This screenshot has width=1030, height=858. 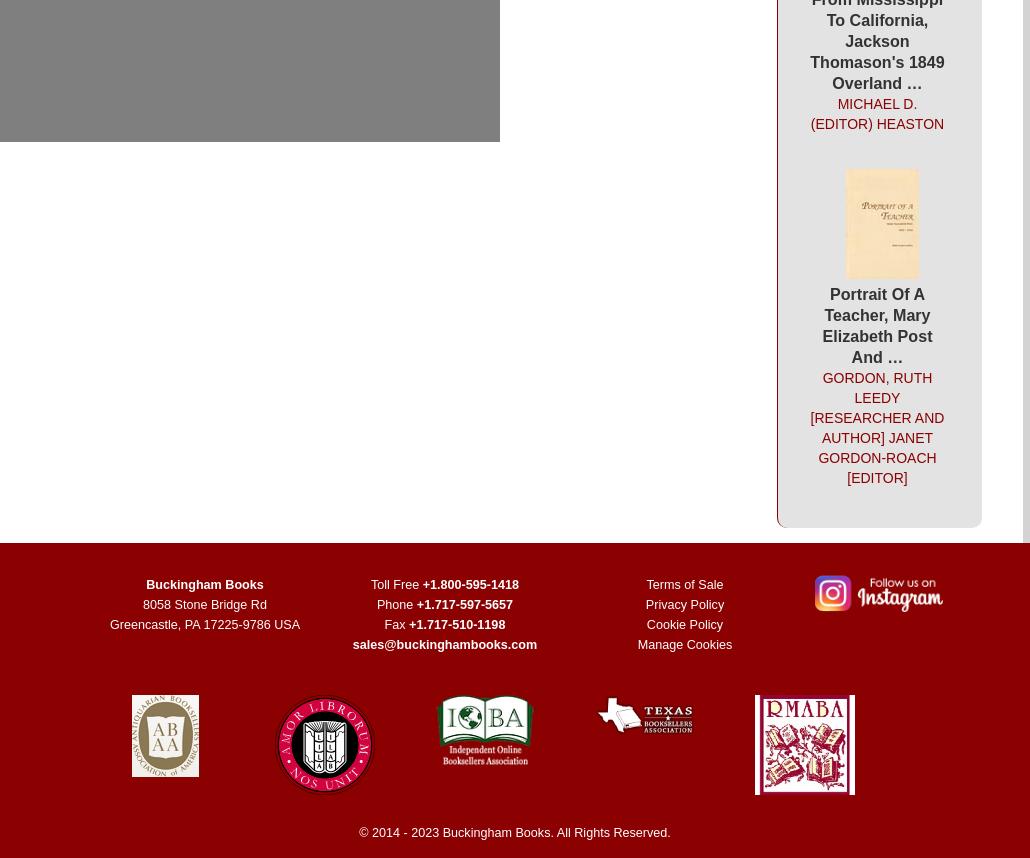 What do you see at coordinates (683, 604) in the screenshot?
I see `'Privacy Policy'` at bounding box center [683, 604].